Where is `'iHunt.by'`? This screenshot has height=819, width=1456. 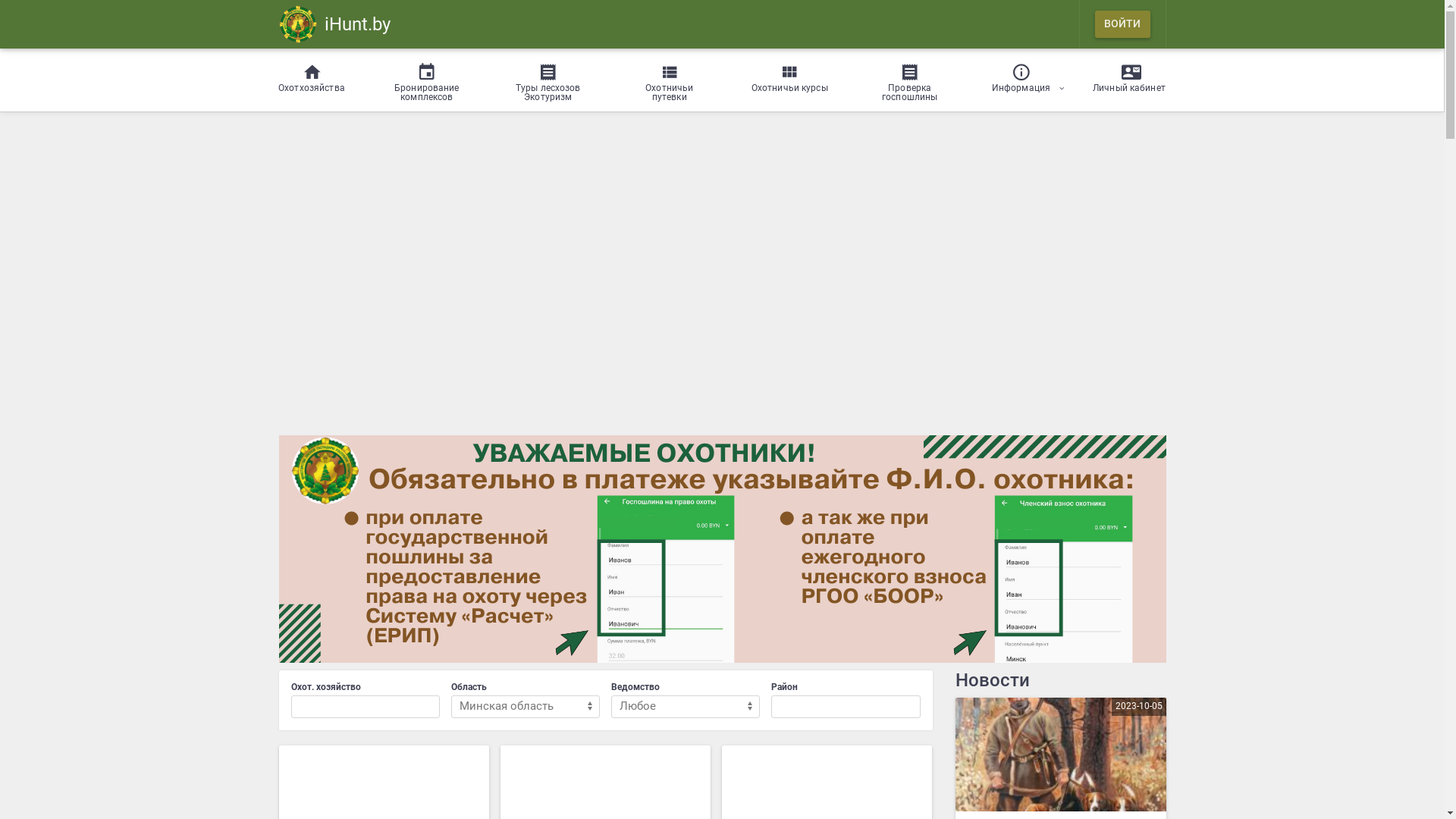 'iHunt.by' is located at coordinates (334, 24).